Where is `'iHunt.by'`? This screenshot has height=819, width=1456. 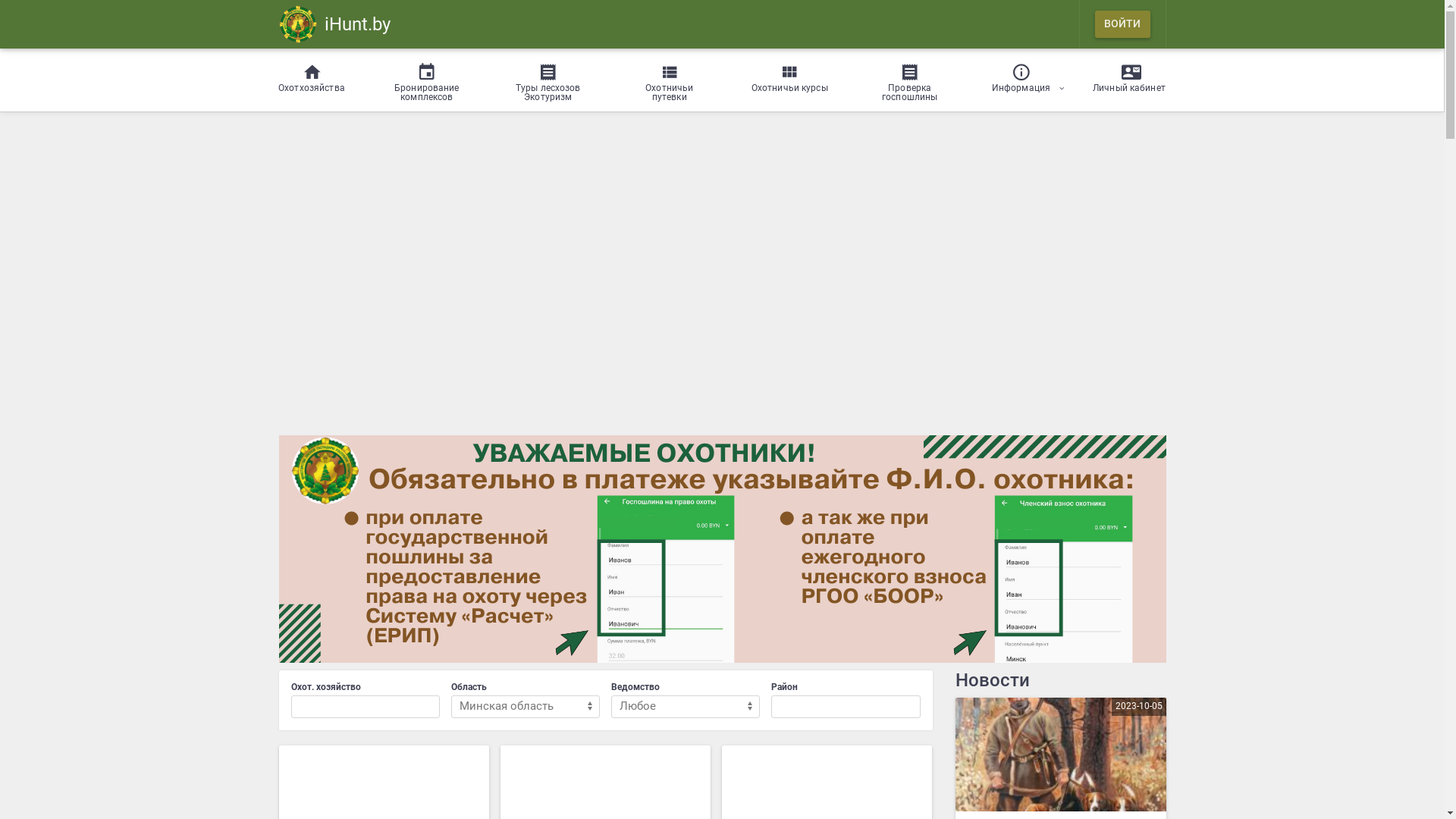 'iHunt.by' is located at coordinates (334, 24).